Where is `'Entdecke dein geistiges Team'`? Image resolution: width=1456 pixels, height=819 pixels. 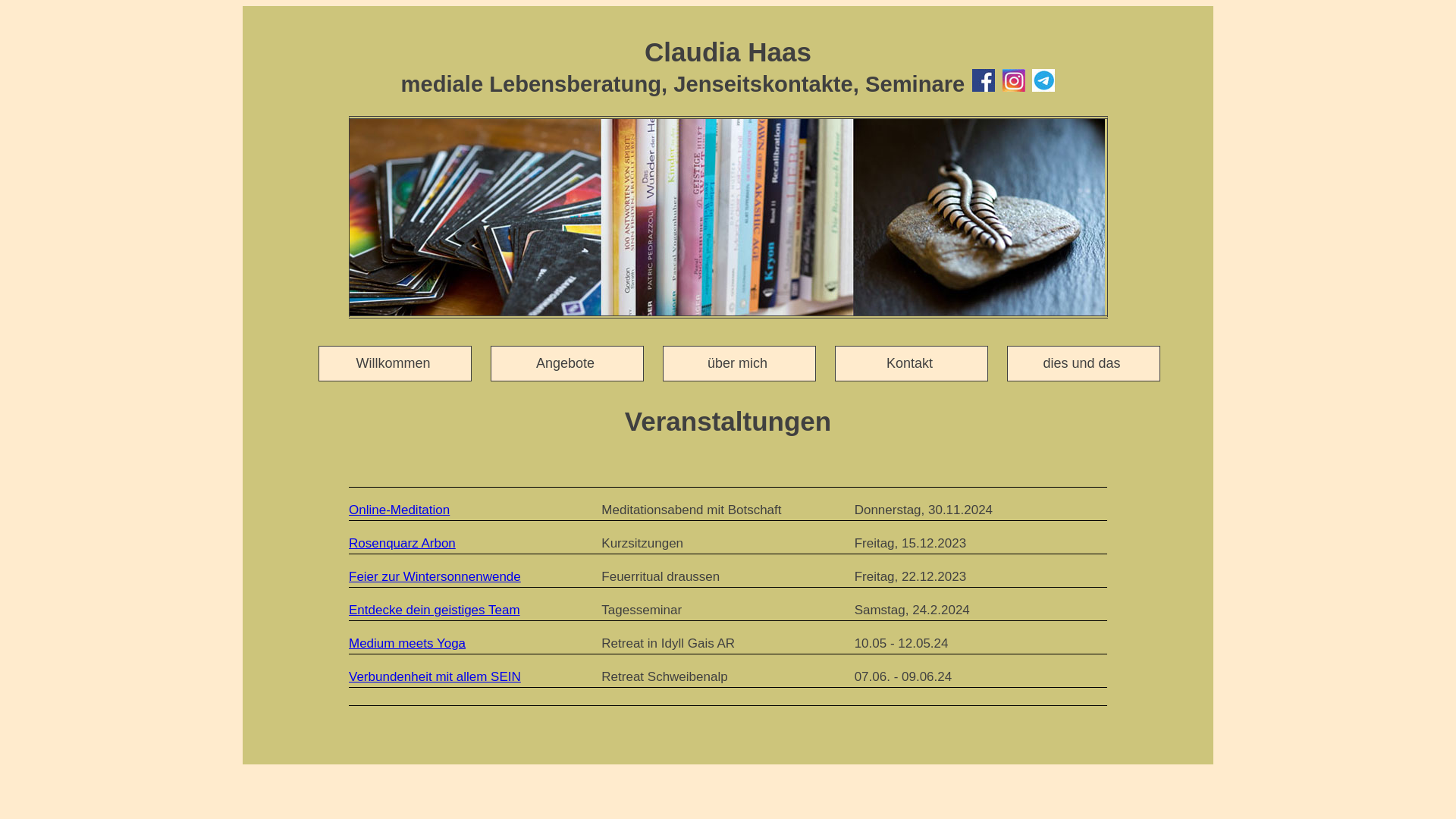 'Entdecke dein geistiges Team' is located at coordinates (348, 609).